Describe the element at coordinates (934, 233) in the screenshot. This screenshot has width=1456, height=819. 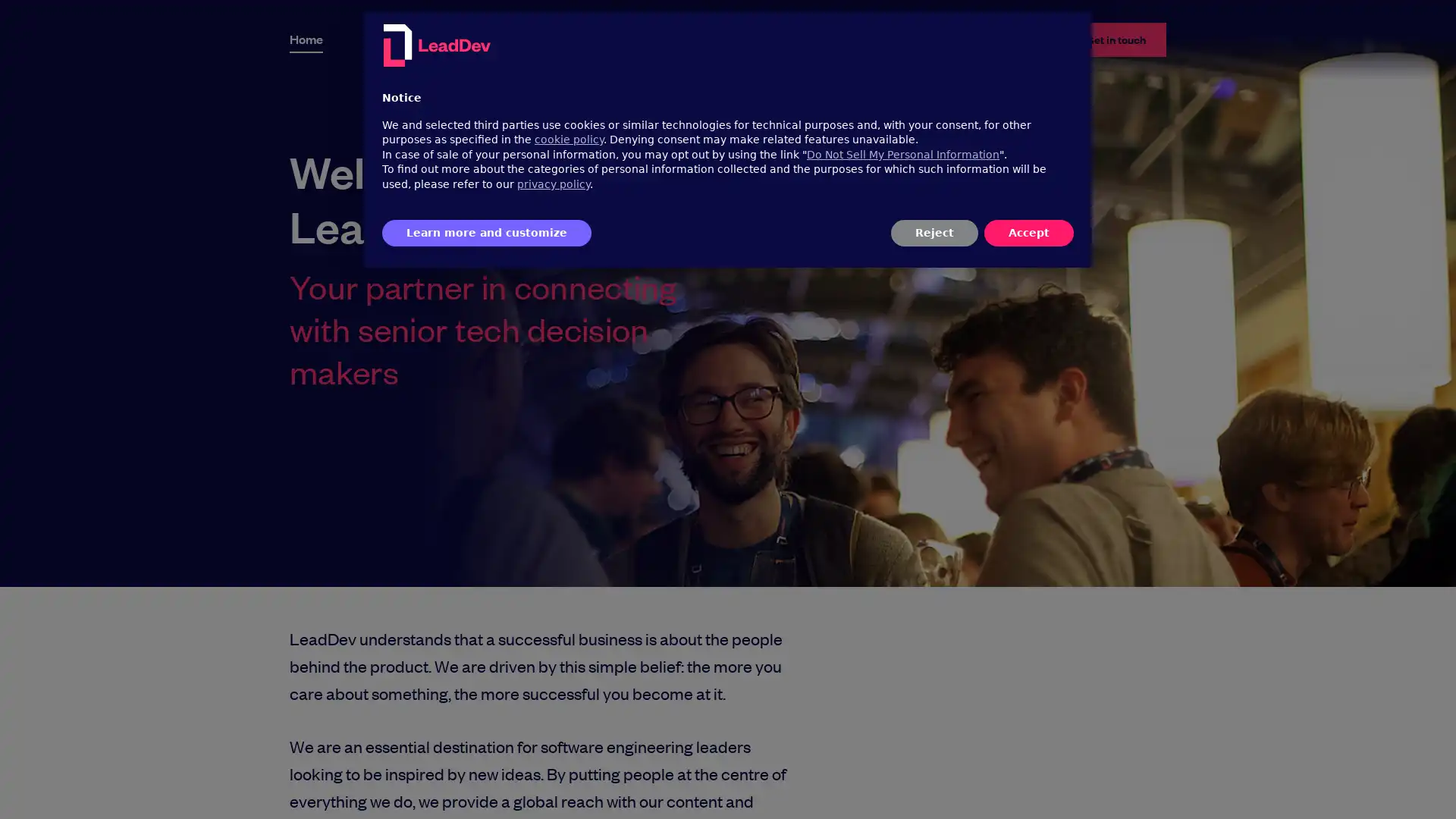
I see `Reject` at that location.